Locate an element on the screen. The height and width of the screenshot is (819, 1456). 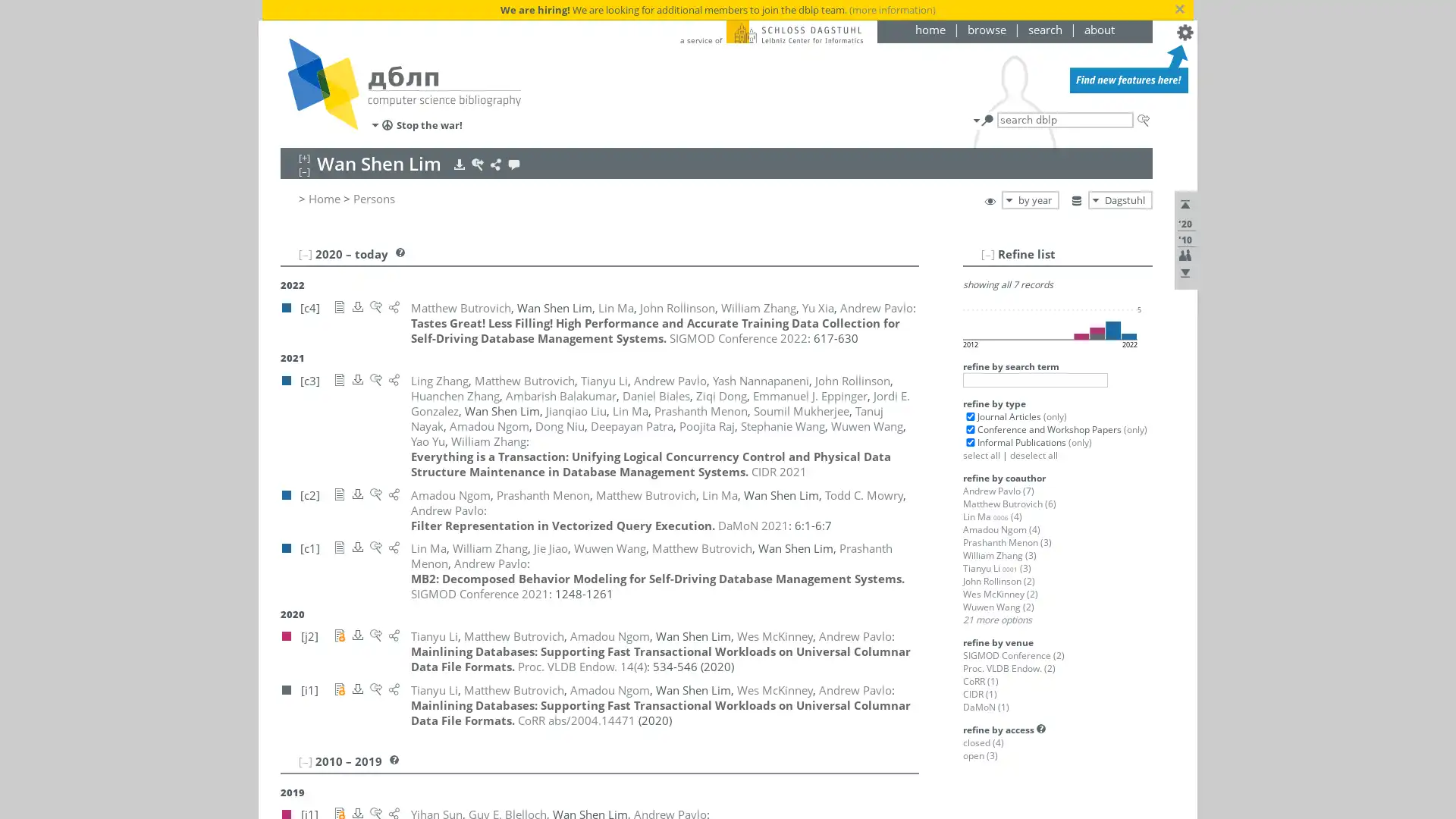
Prashanth Menon (3) is located at coordinates (1007, 541).